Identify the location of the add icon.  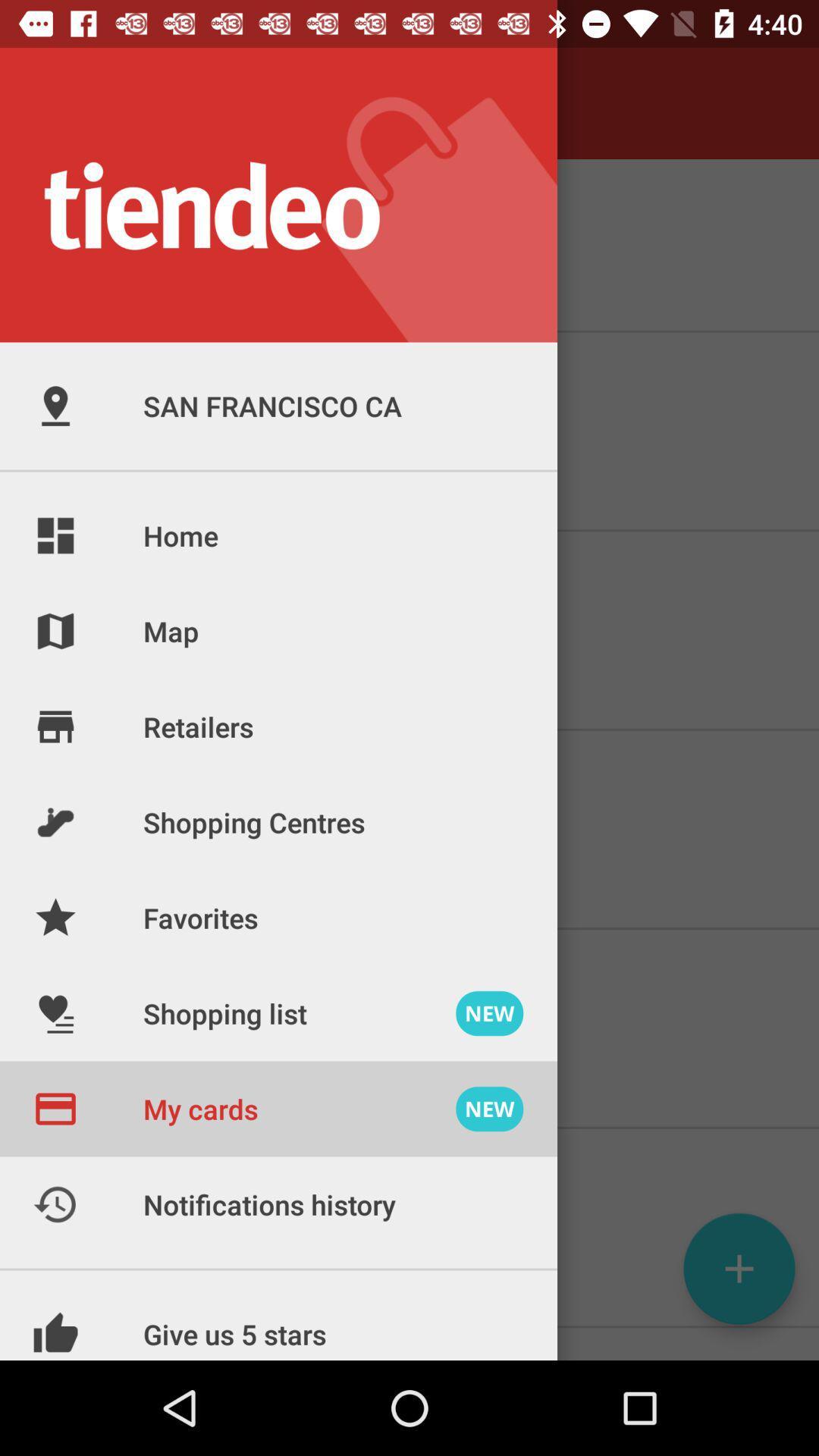
(739, 1269).